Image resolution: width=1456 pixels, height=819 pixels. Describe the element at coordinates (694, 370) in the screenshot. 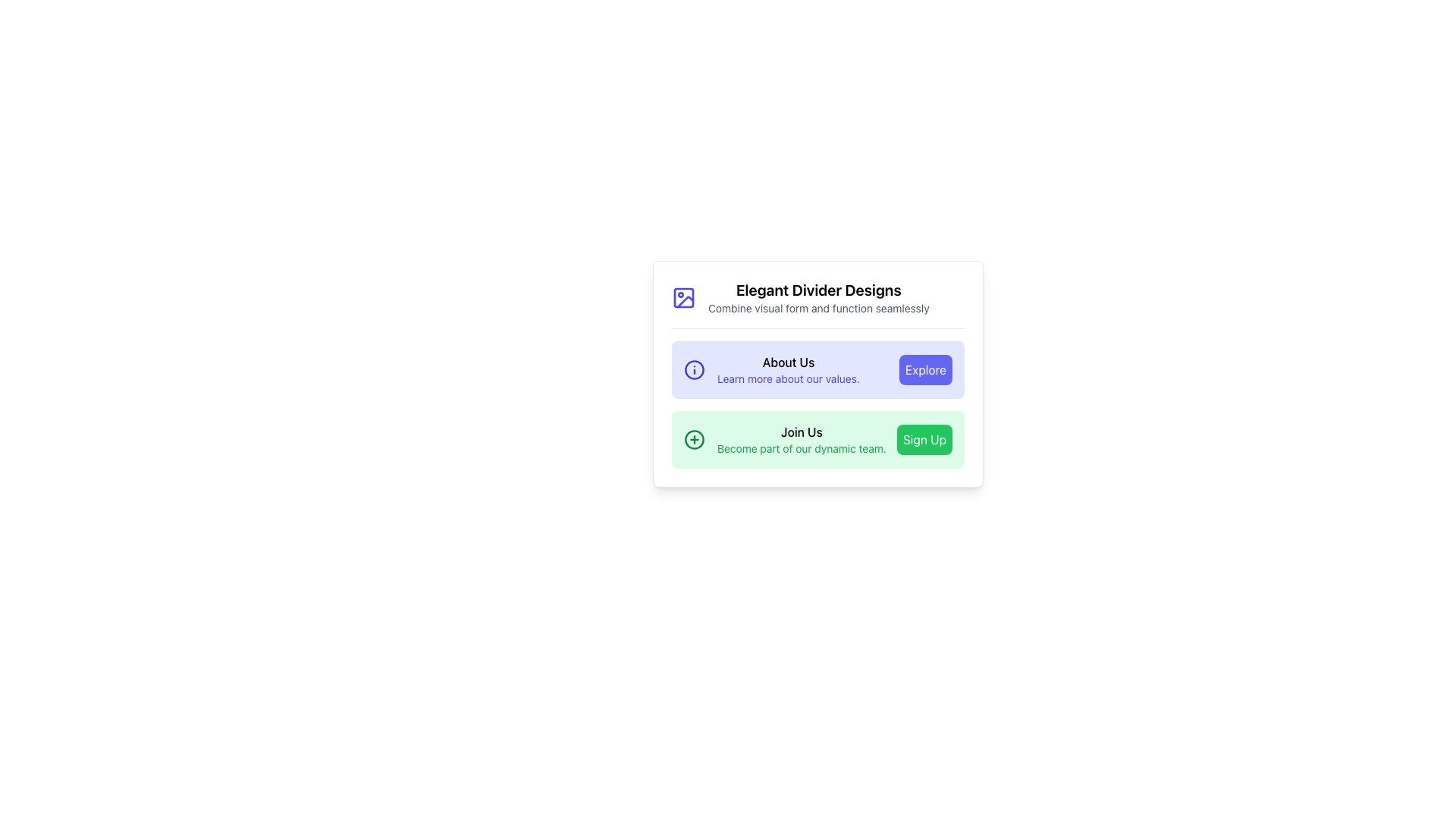

I see `the SVG Circle with a blue outline, located within the information icon to the left of the 'About Us' text` at that location.